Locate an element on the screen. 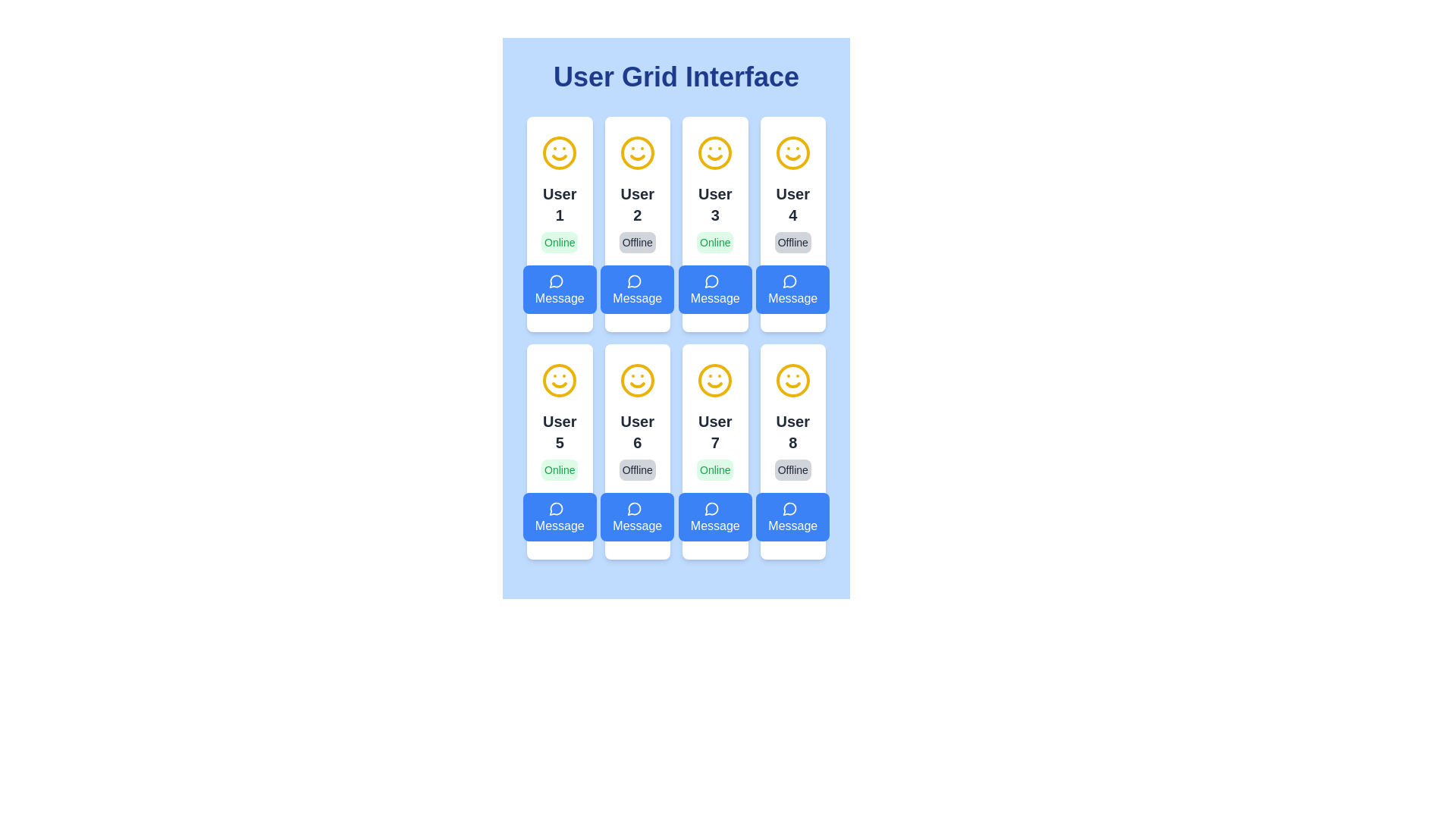 The height and width of the screenshot is (819, 1456). the text label displaying 'User 7', which is located above the 'Online' status indicator and below the user's icon is located at coordinates (714, 432).